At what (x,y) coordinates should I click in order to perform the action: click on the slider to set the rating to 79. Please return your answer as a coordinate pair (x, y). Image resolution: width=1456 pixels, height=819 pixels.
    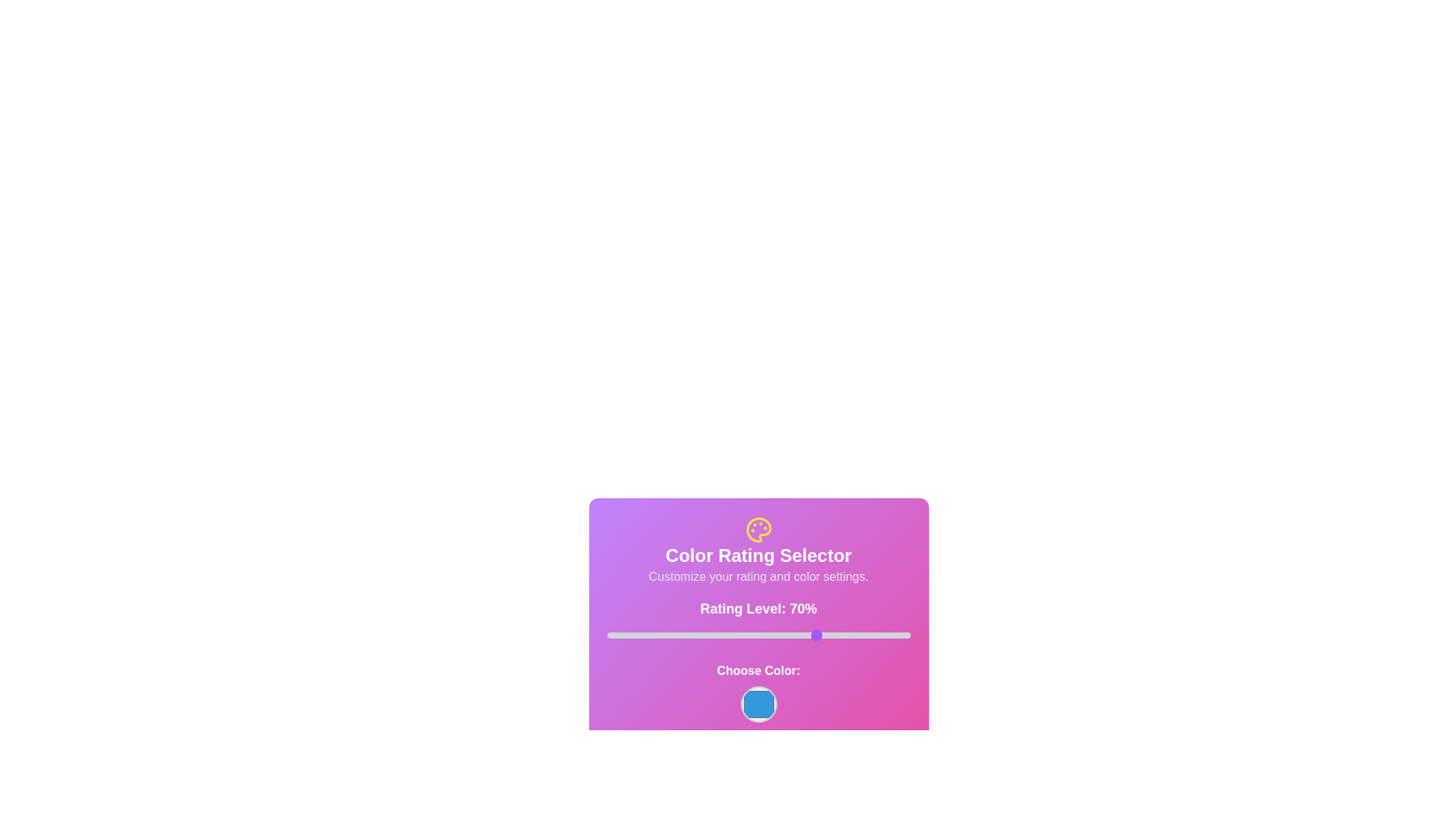
    Looking at the image, I should click on (846, 635).